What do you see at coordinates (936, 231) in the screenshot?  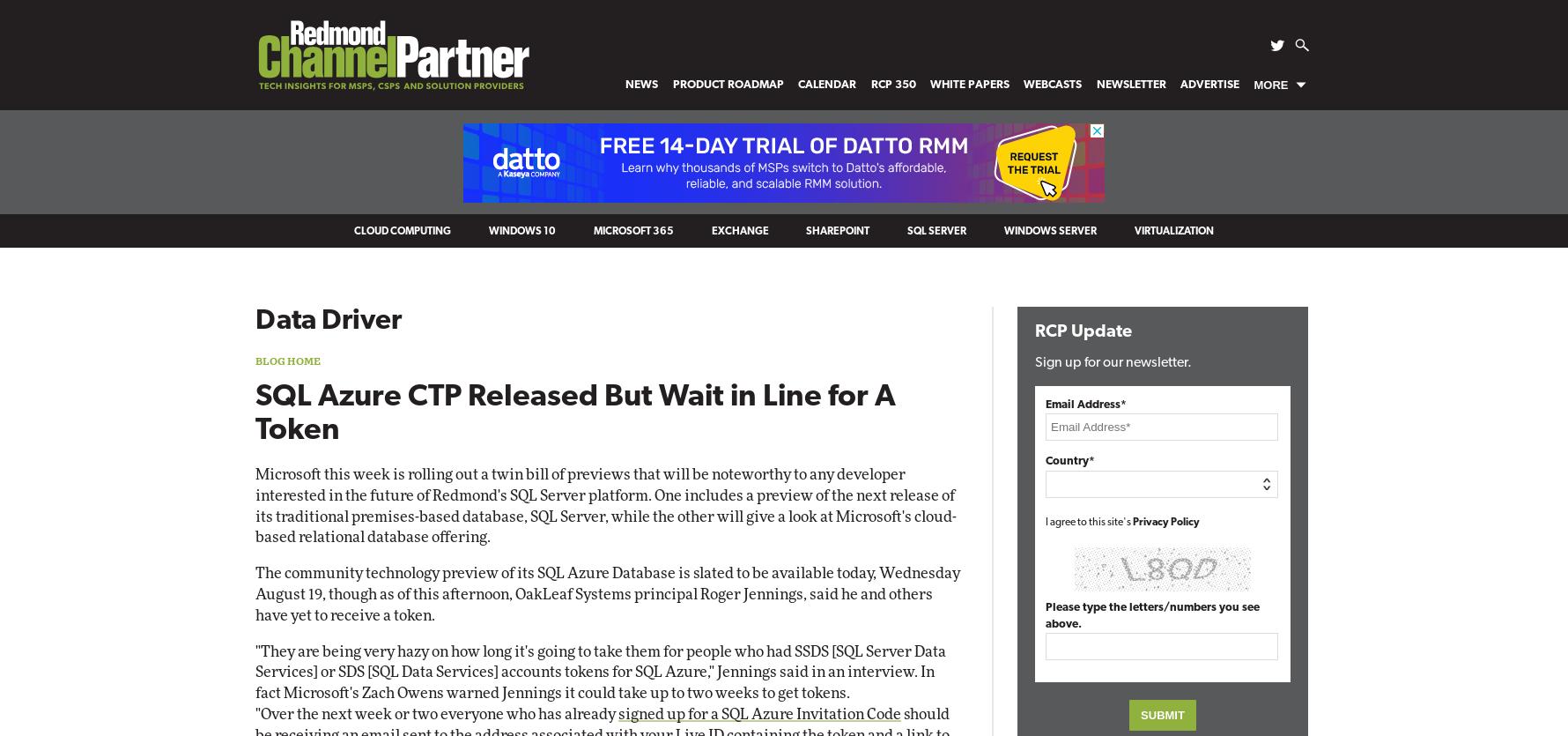 I see `'SQL Server'` at bounding box center [936, 231].